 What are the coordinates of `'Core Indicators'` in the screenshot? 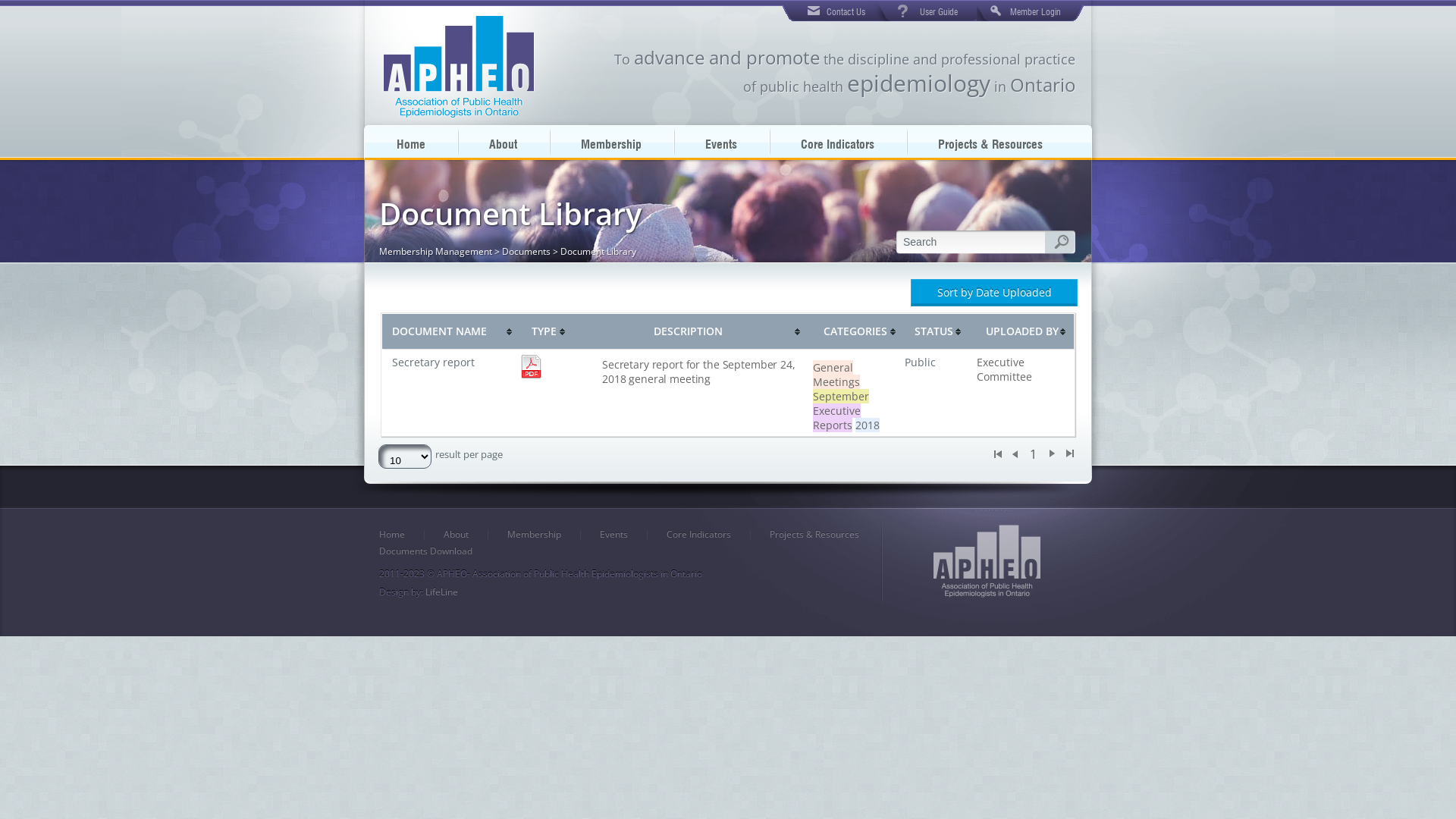 It's located at (836, 141).